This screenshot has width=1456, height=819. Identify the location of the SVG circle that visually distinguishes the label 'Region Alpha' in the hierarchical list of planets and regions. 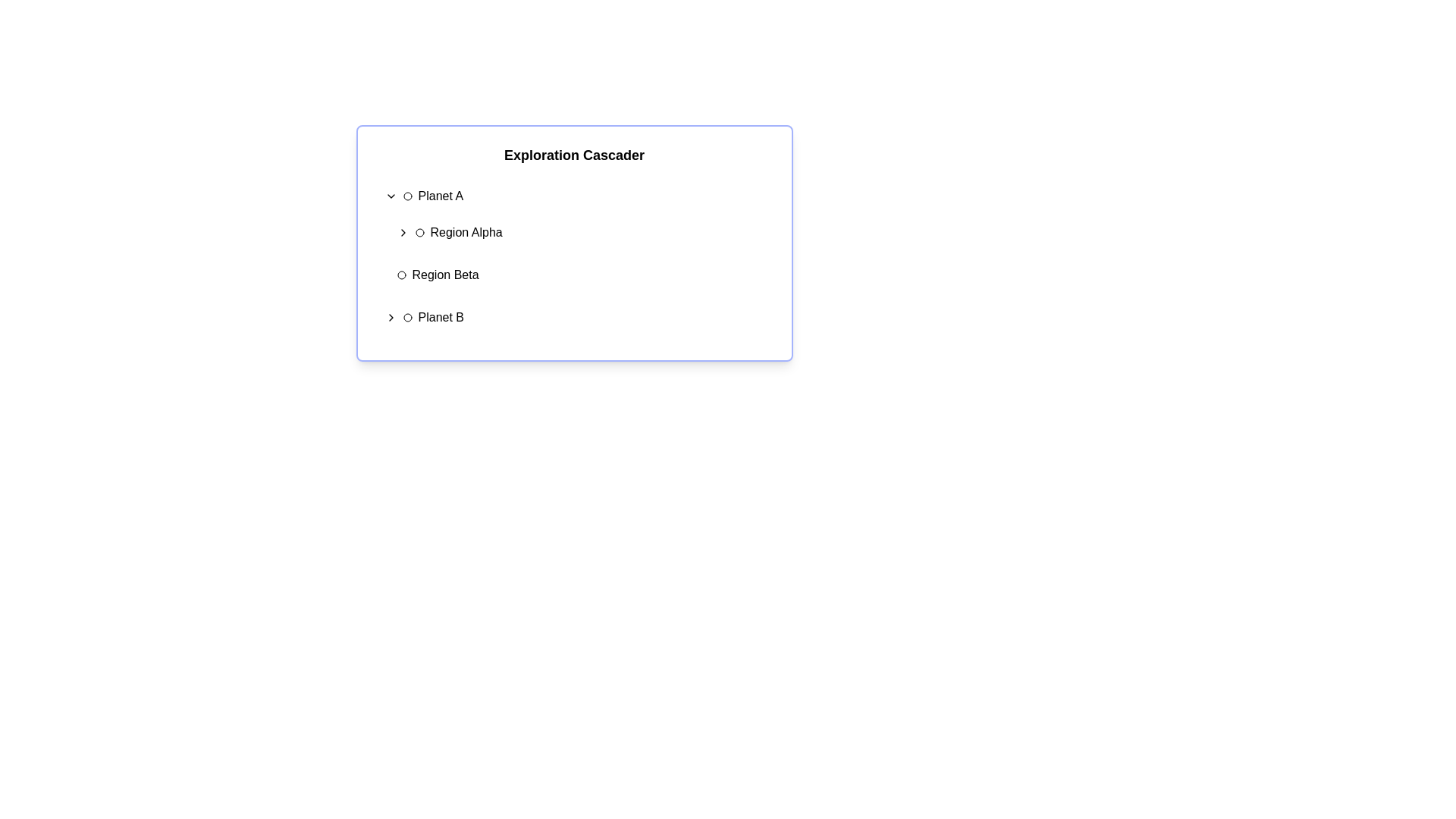
(419, 233).